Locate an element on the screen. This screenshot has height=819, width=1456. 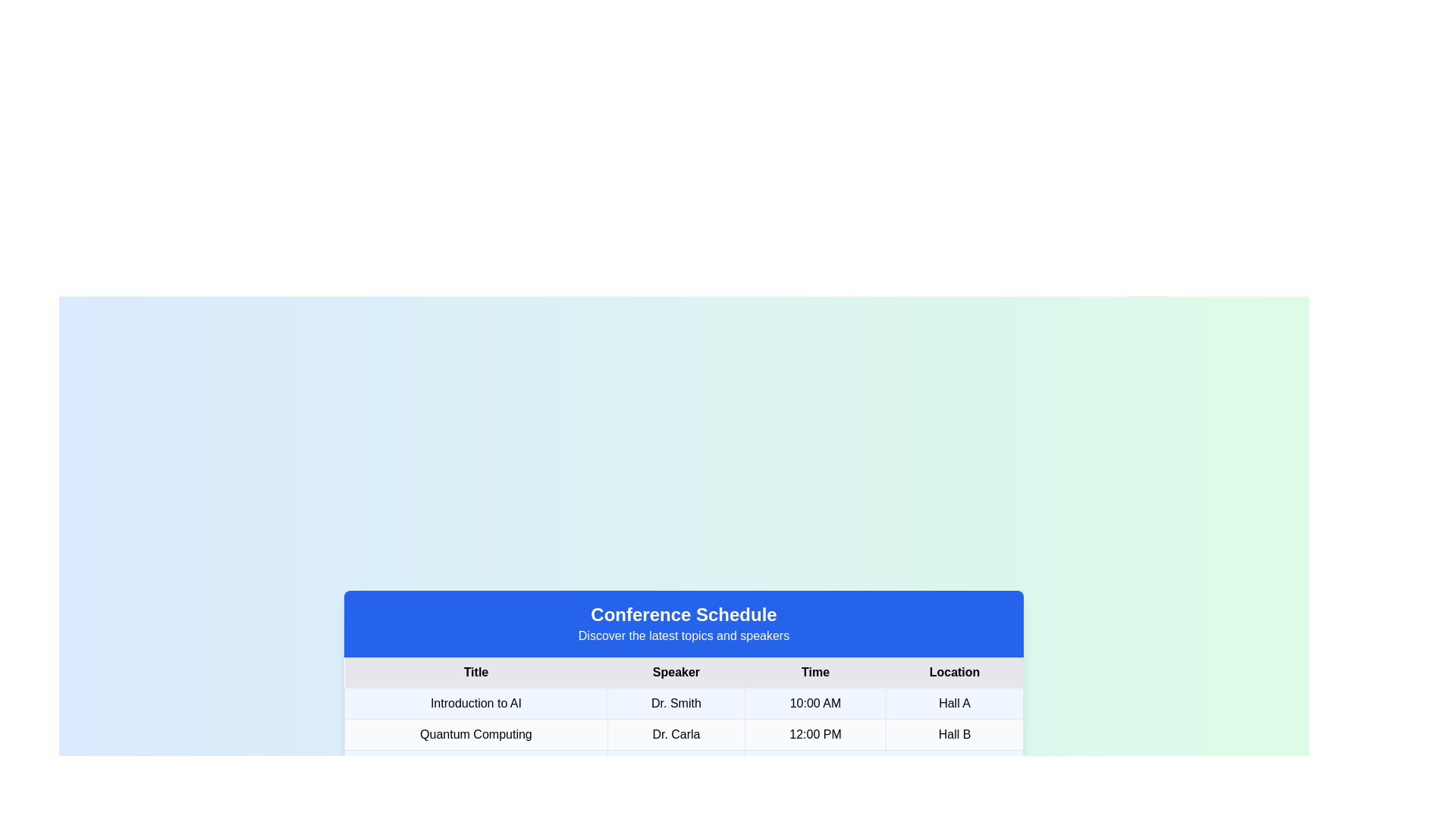
the textual heading element that introduces the conference schedule, which is centrally located within a blue banner above the table-like structure is located at coordinates (683, 614).